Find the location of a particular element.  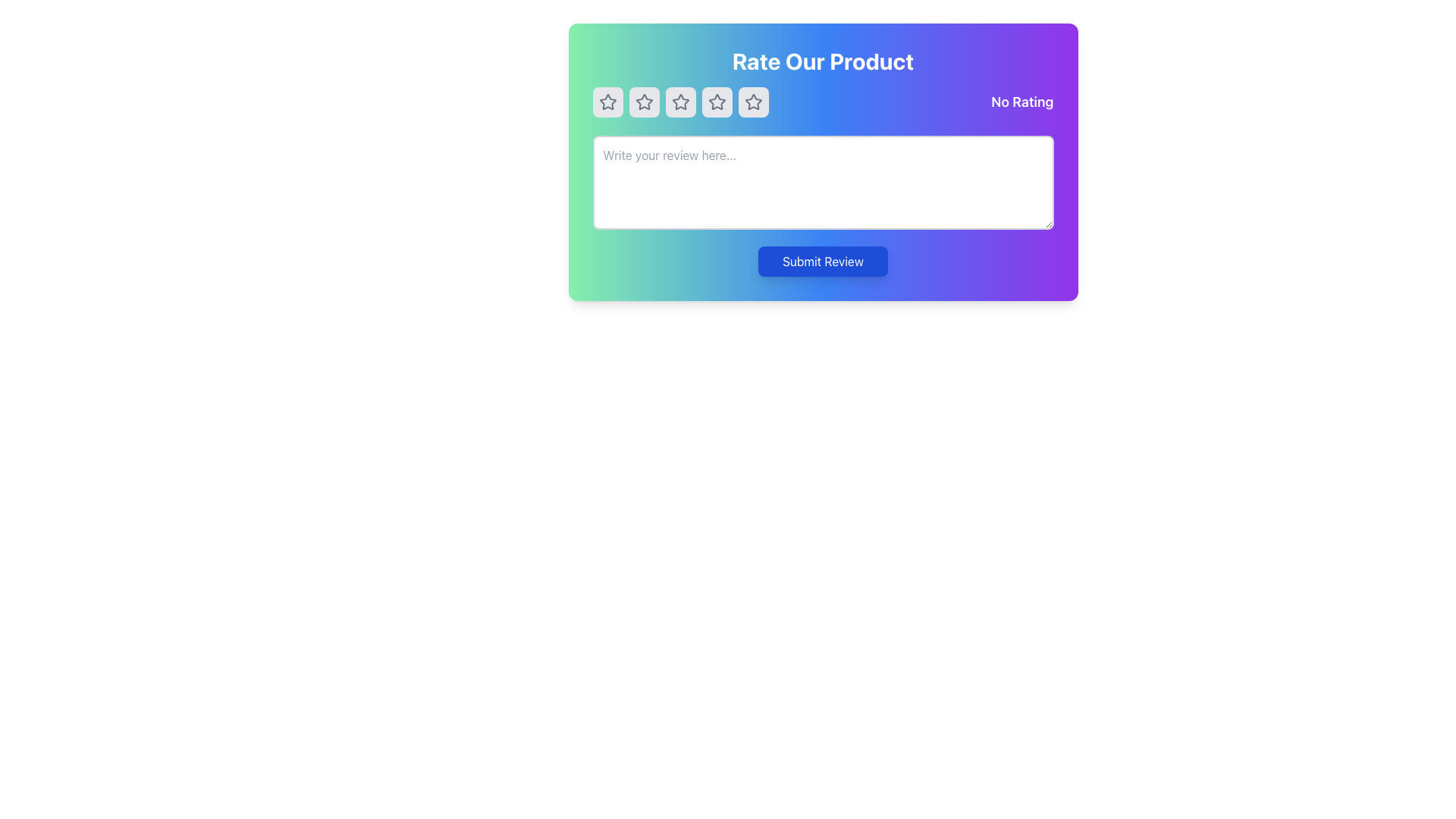

the second star in the rating row is located at coordinates (644, 102).